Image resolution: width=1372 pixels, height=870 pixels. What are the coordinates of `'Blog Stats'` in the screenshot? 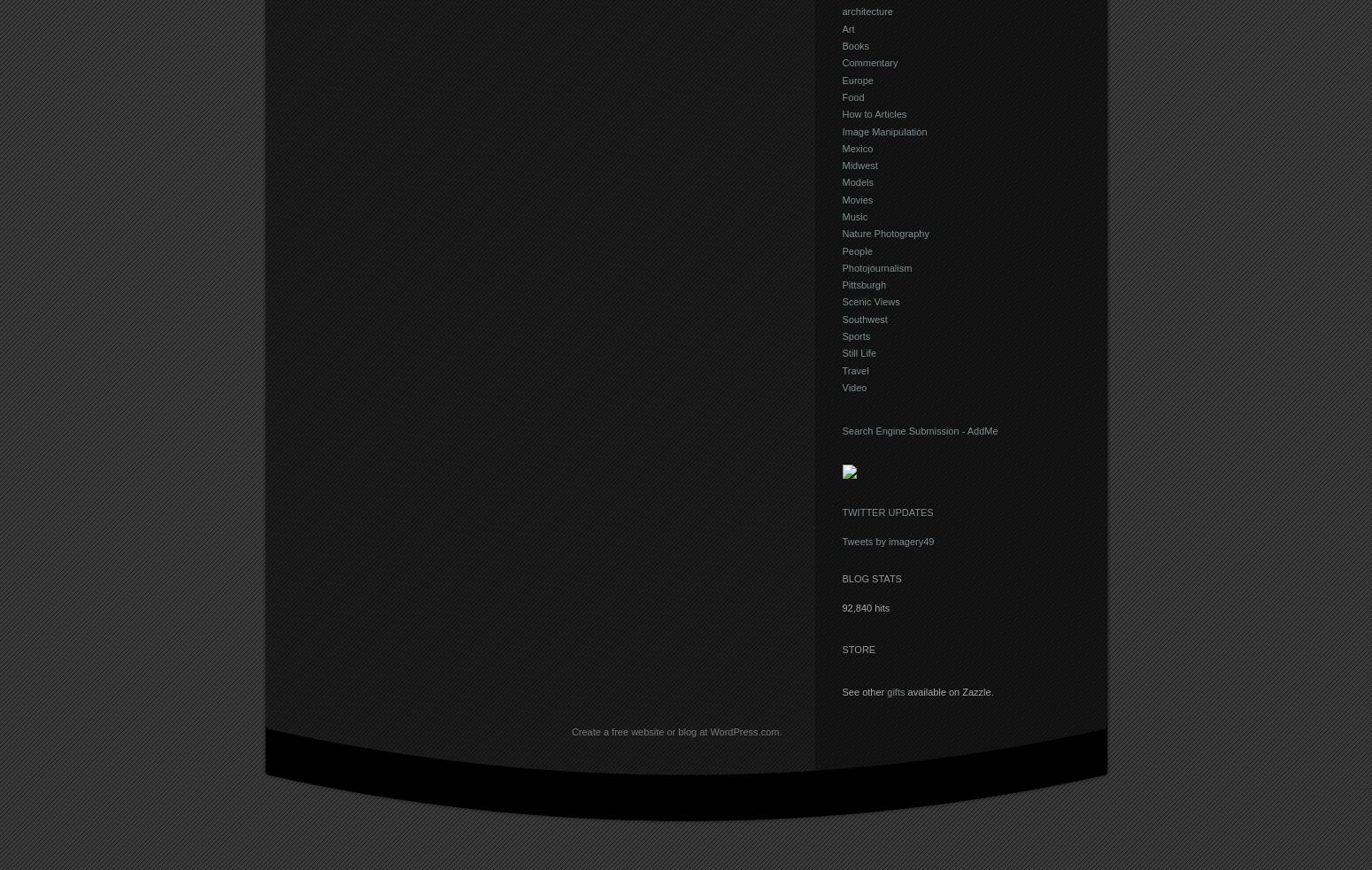 It's located at (870, 578).